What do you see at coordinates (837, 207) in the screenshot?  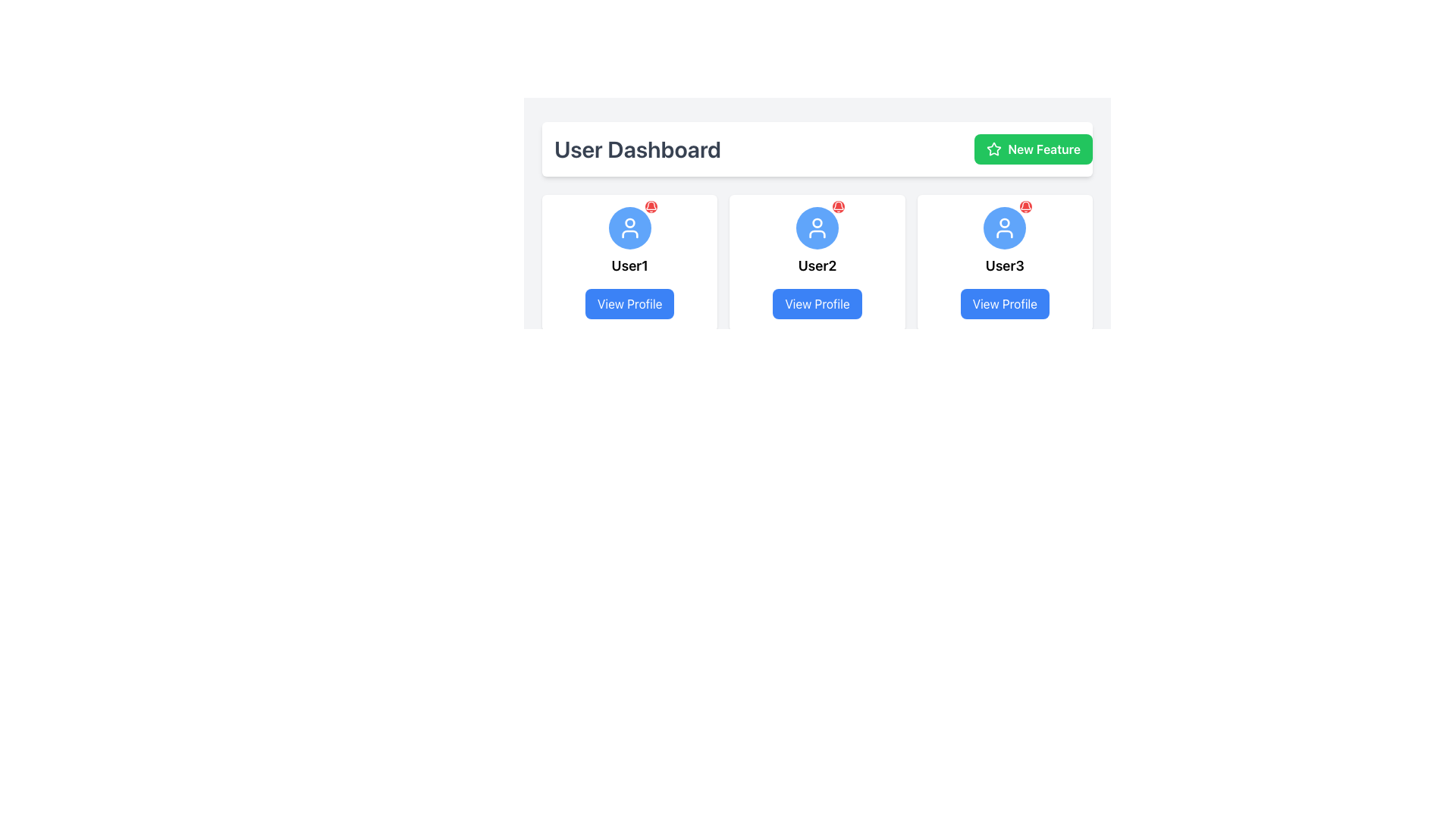 I see `the Notification Icon, which is a small bell-shaped SVG with a red background located in the top-right corner of the second user profile card` at bounding box center [837, 207].